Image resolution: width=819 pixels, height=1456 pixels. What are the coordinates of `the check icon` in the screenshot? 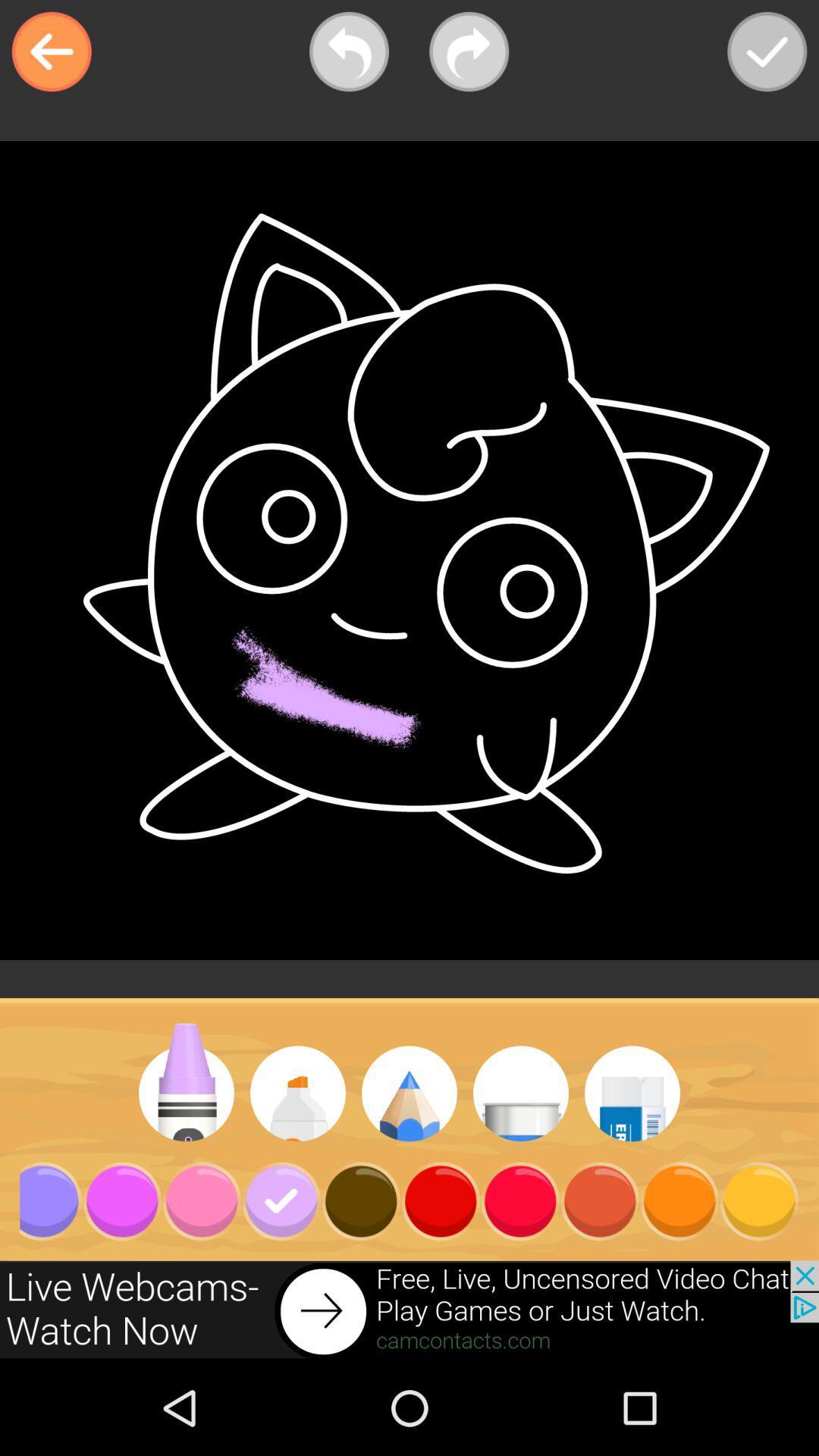 It's located at (767, 52).